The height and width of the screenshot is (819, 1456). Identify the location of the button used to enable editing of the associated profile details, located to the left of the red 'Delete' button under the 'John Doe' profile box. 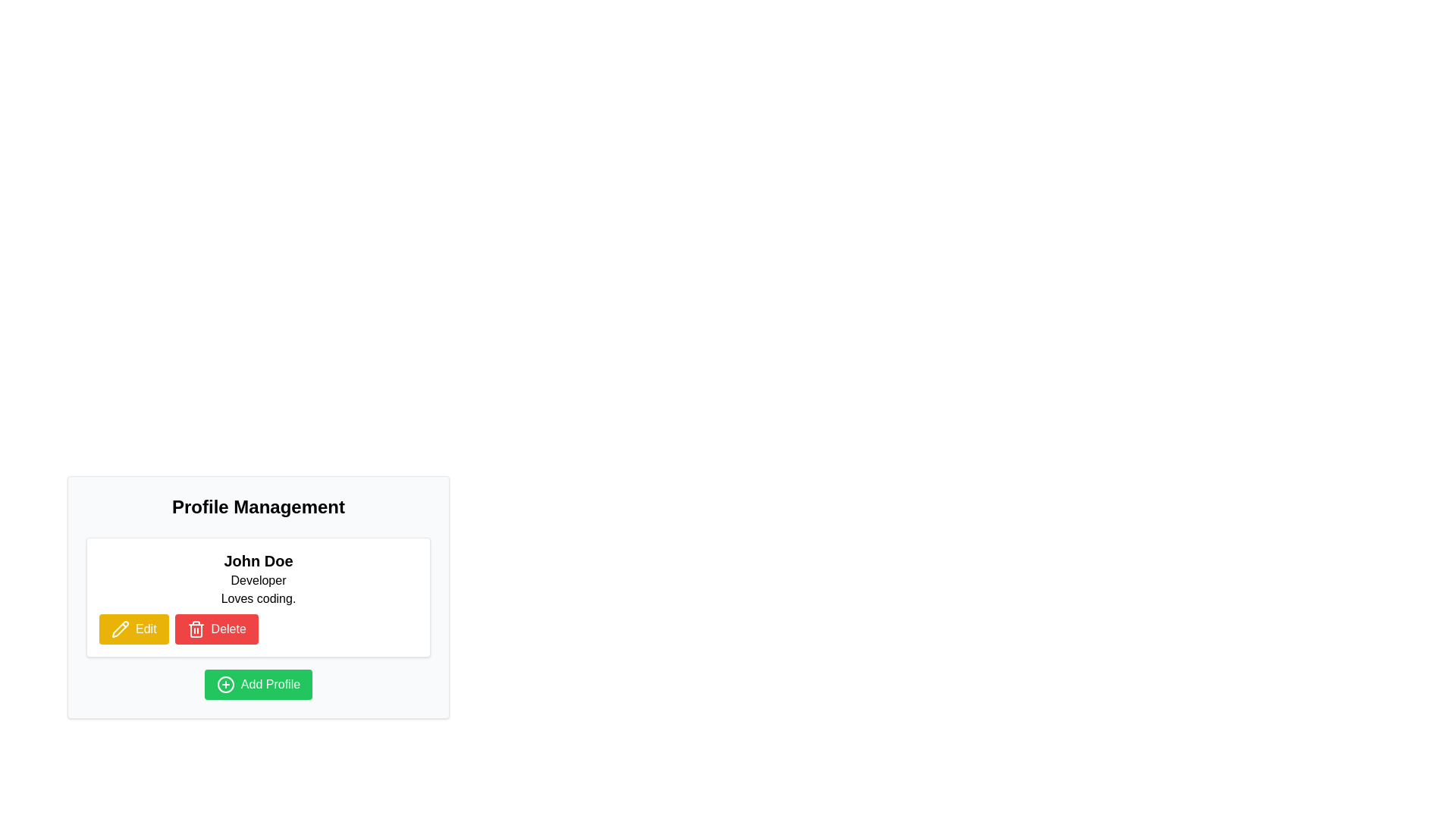
(133, 629).